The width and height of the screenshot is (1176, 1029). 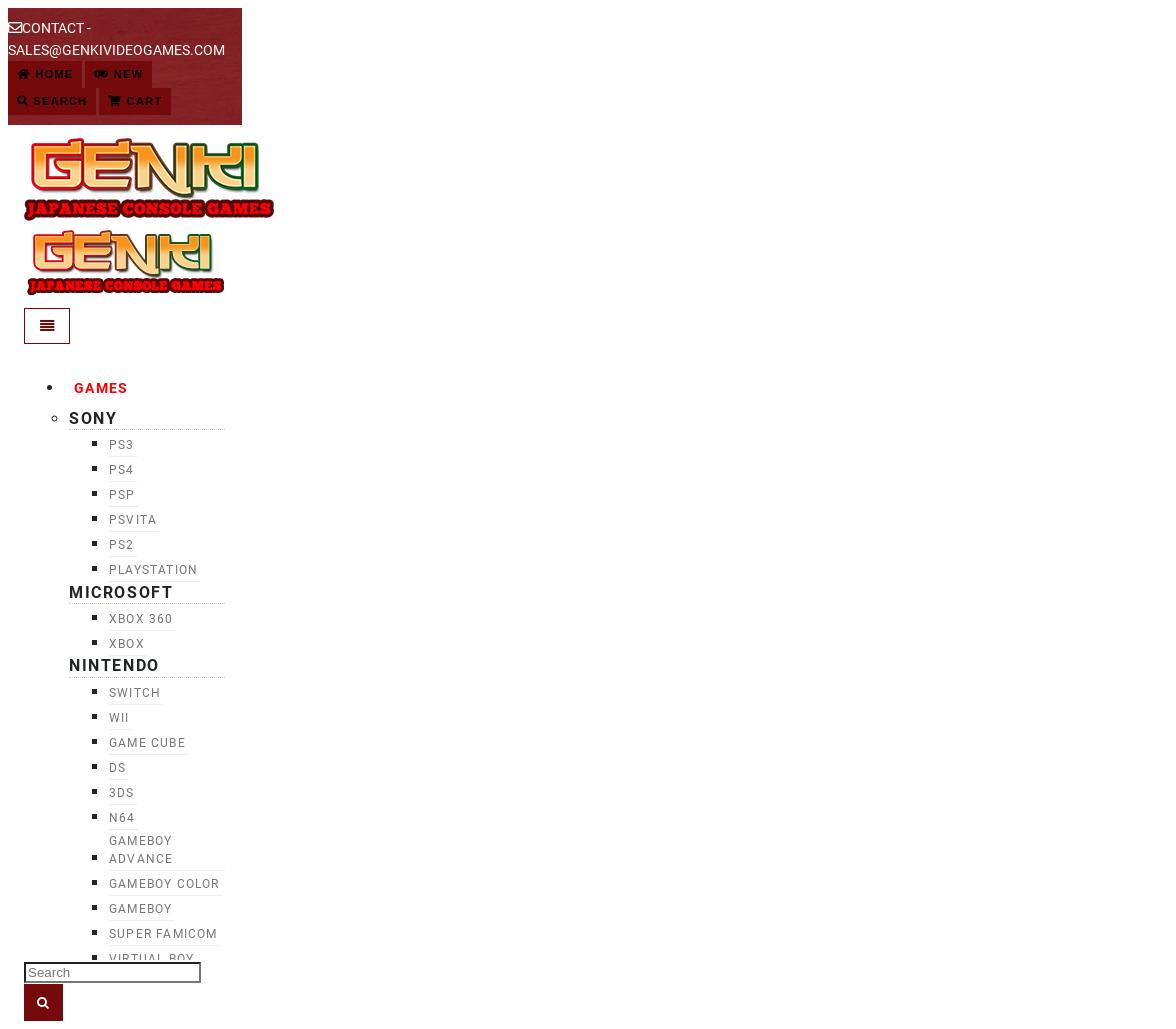 I want to click on 'Home', so click(x=51, y=73).